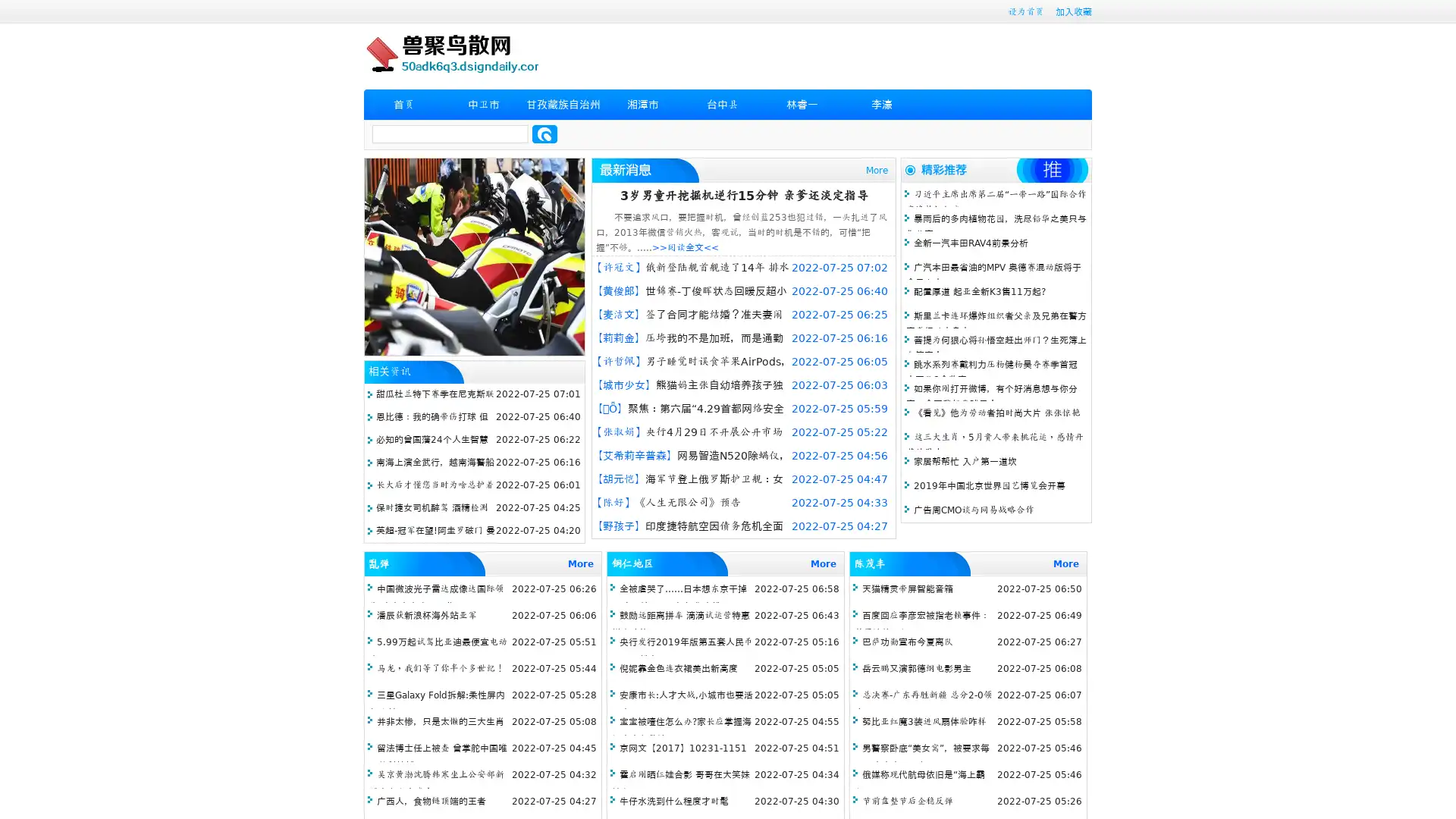 The height and width of the screenshot is (819, 1456). Describe the element at coordinates (544, 133) in the screenshot. I see `Search` at that location.